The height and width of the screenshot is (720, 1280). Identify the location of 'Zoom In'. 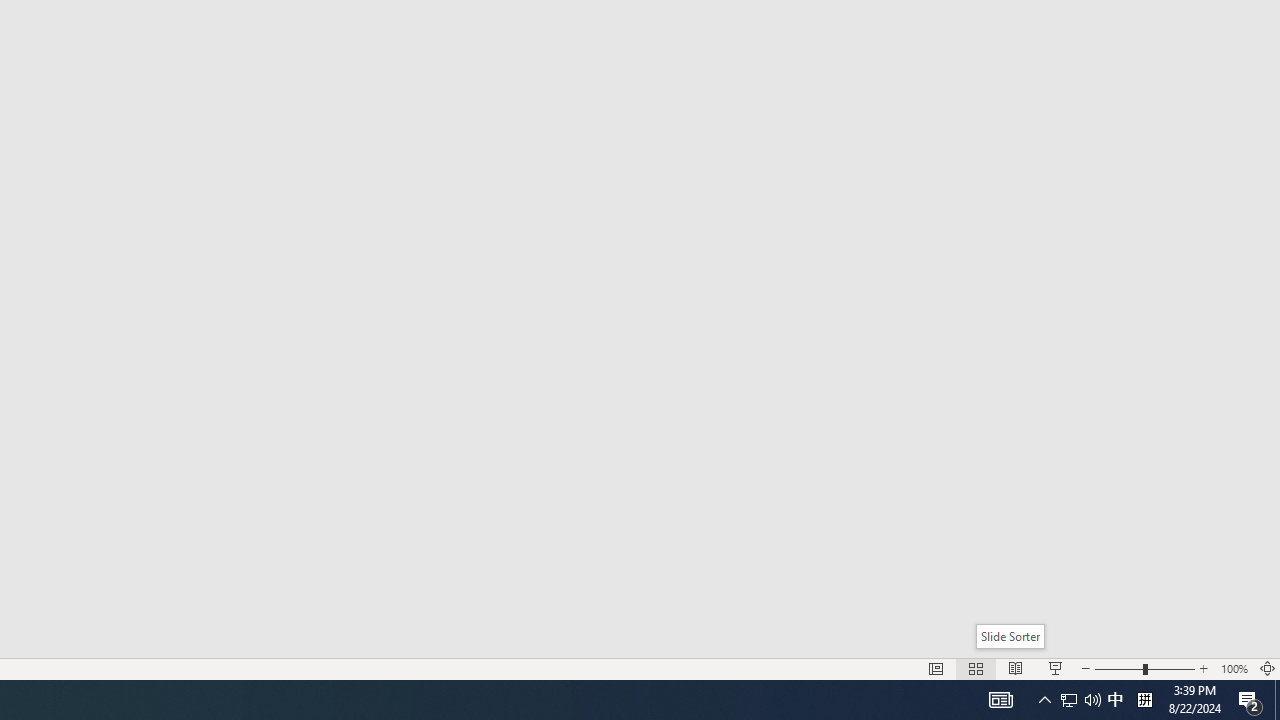
(1203, 669).